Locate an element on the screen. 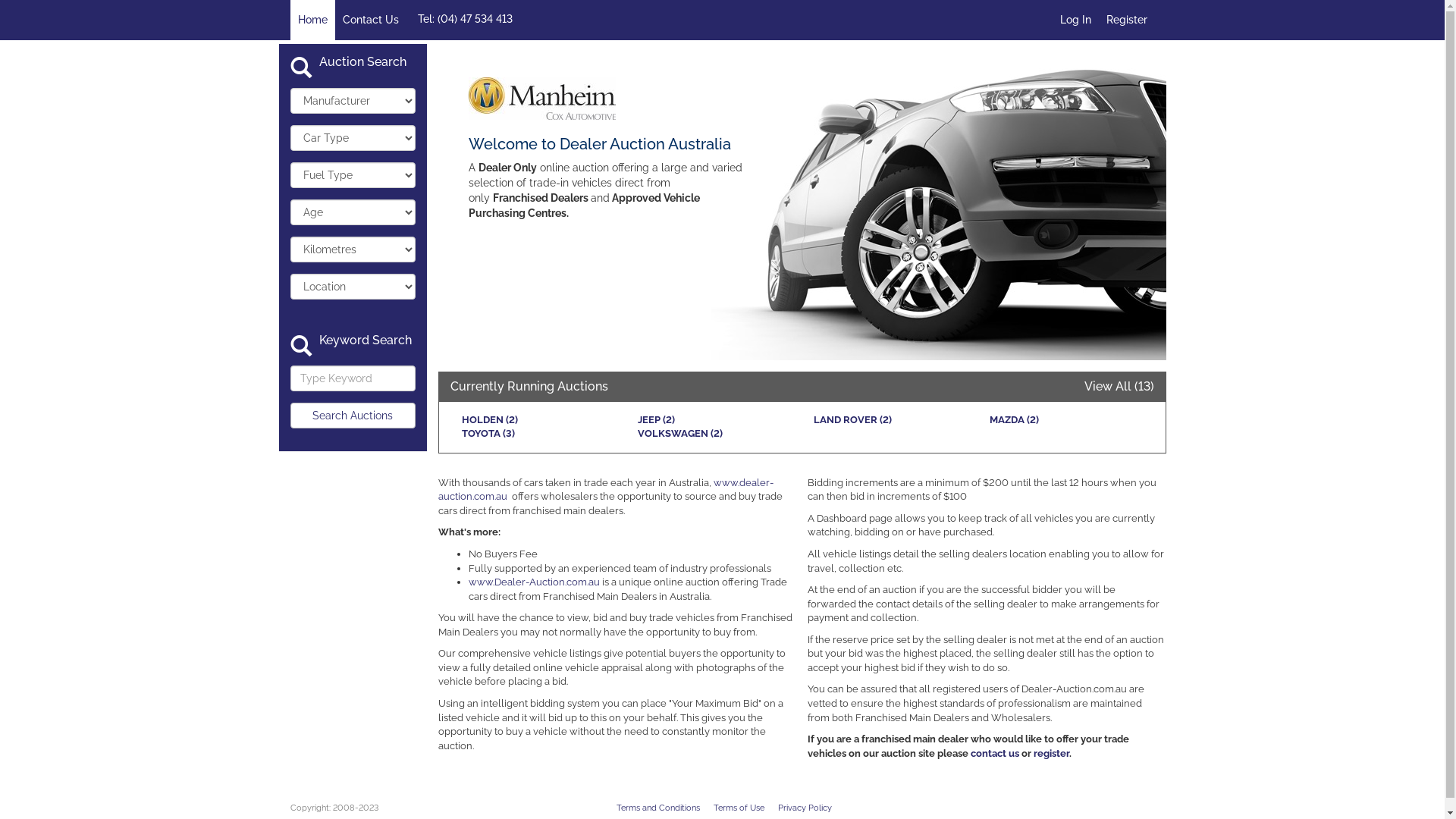 The height and width of the screenshot is (819, 1456). 'VOLKSWAGEN (2)' is located at coordinates (637, 433).